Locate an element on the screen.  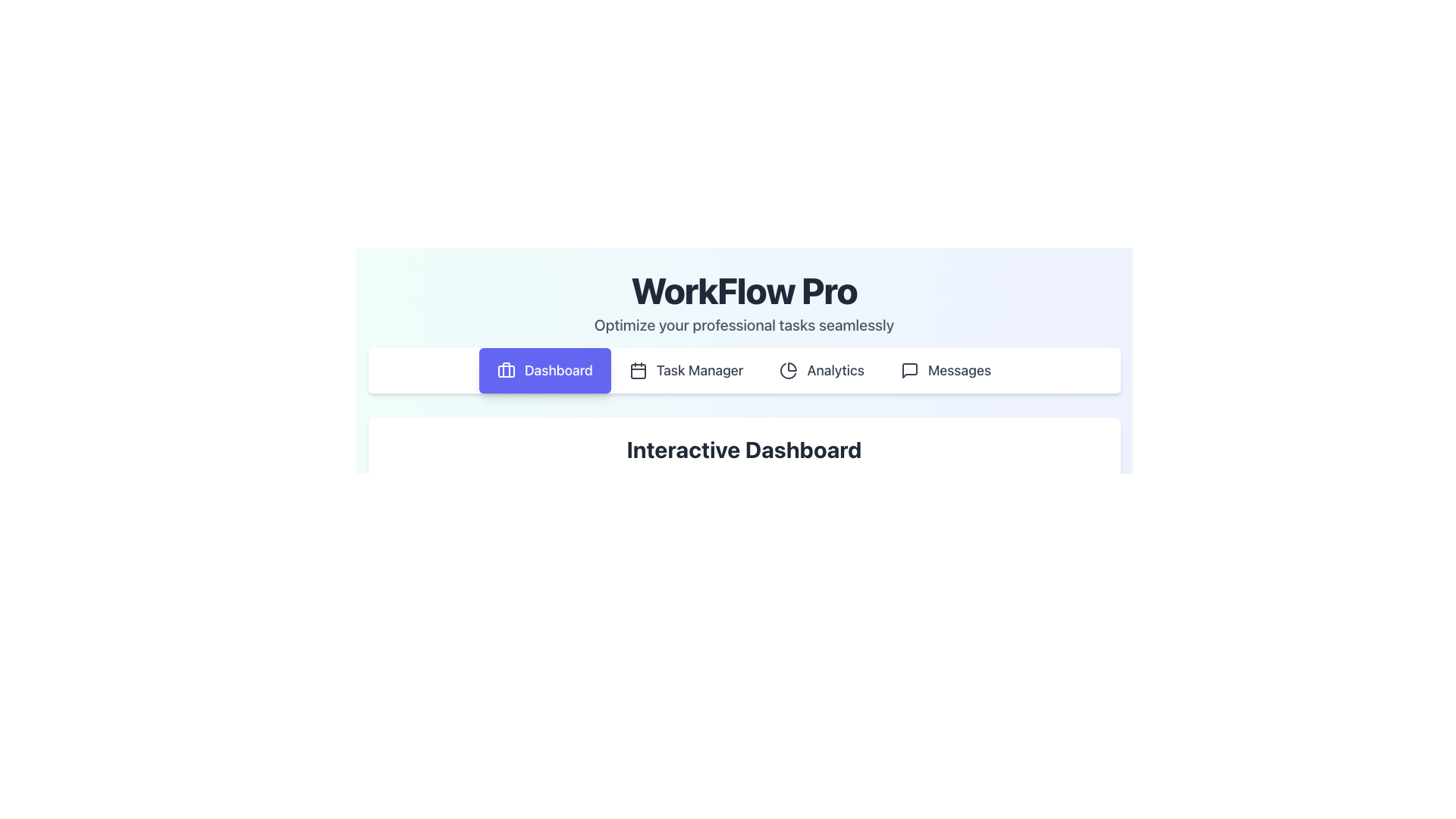
the Header text that introduces the section for interactive dashboards, located centrally above the descriptive text about workflow insights is located at coordinates (744, 449).